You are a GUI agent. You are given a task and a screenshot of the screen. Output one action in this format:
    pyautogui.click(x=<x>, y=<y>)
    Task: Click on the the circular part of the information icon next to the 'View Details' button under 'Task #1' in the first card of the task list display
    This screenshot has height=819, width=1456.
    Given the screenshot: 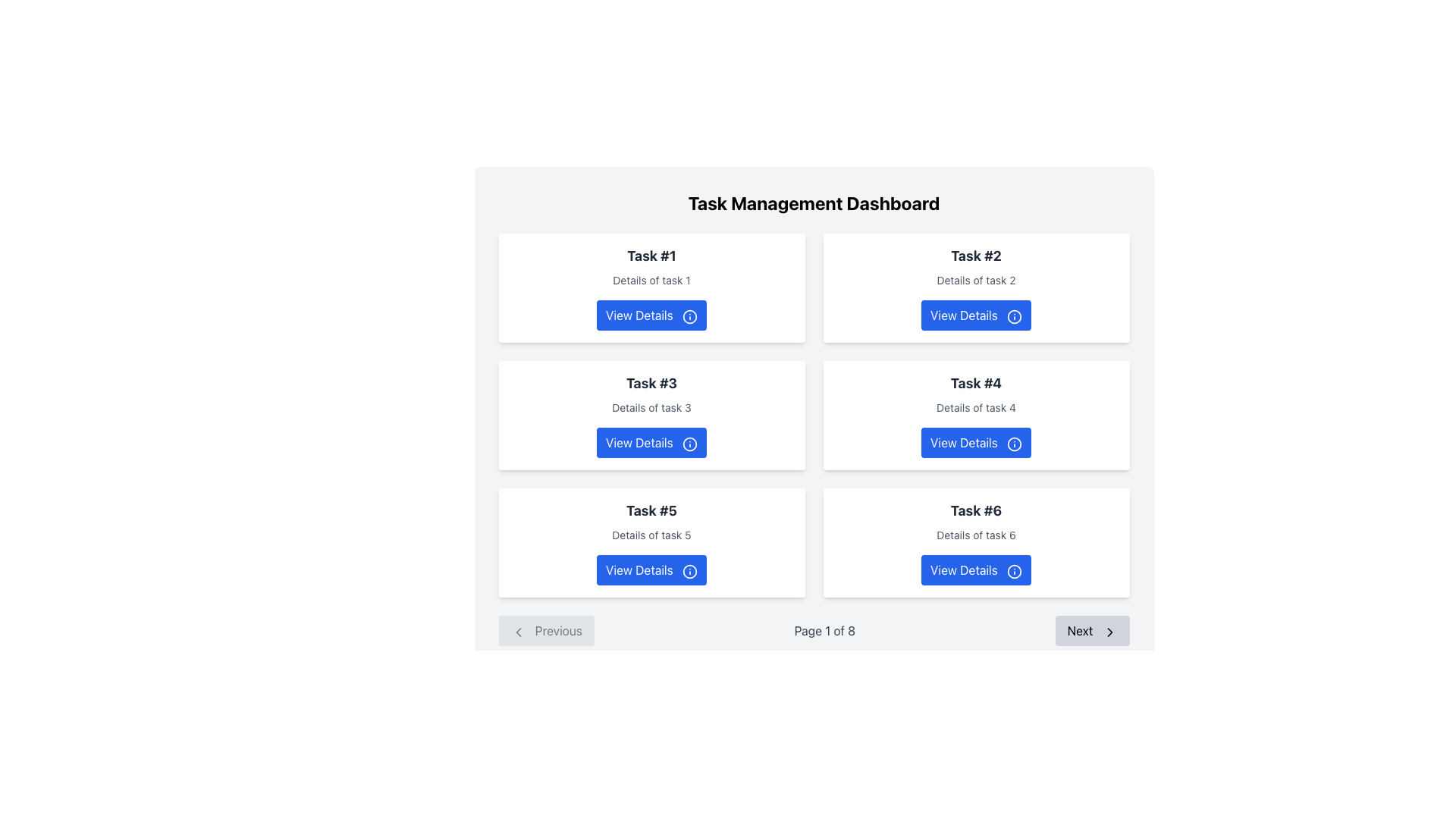 What is the action you would take?
    pyautogui.click(x=689, y=315)
    